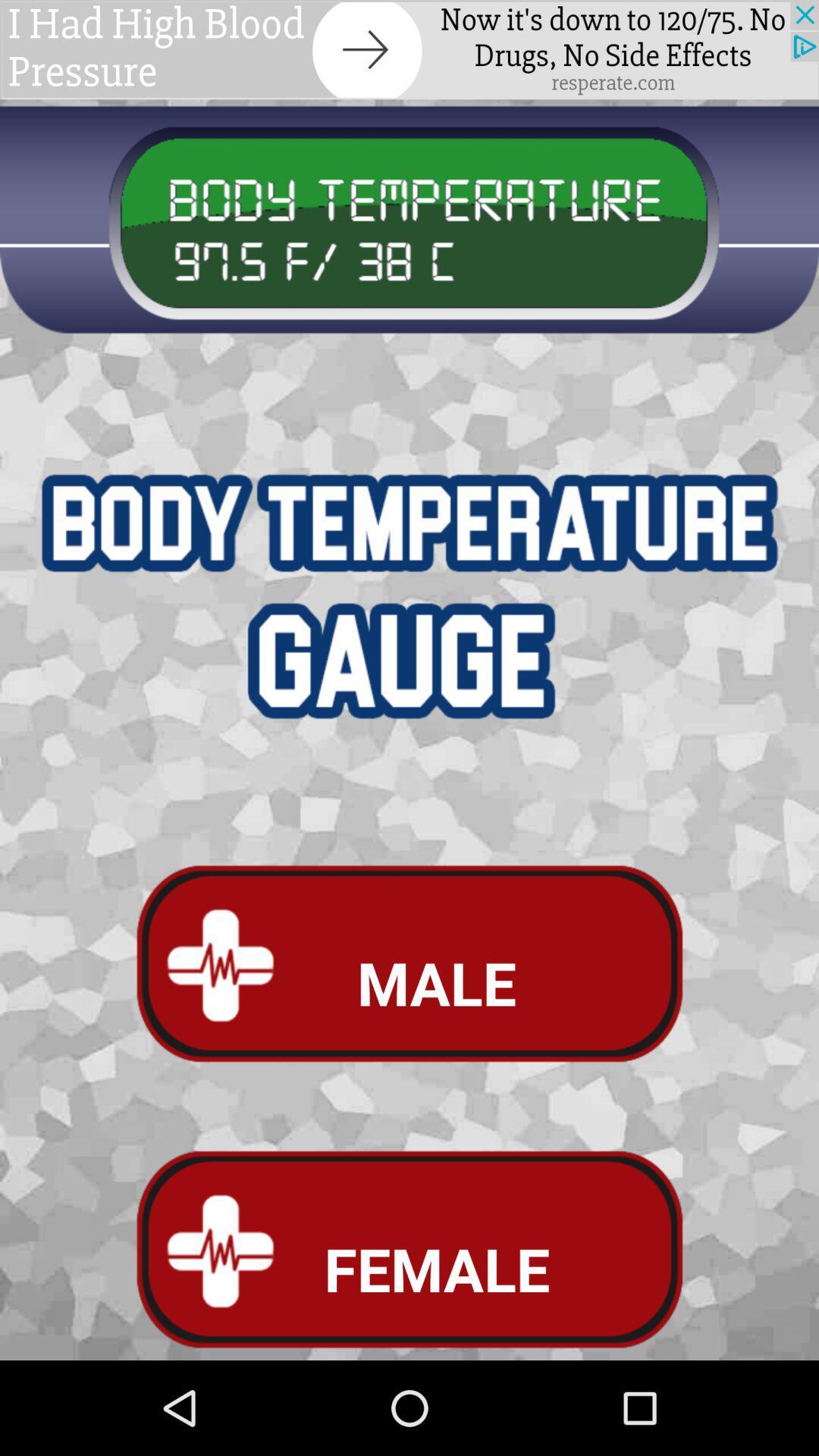  What do you see at coordinates (409, 49) in the screenshot?
I see `advertisement` at bounding box center [409, 49].